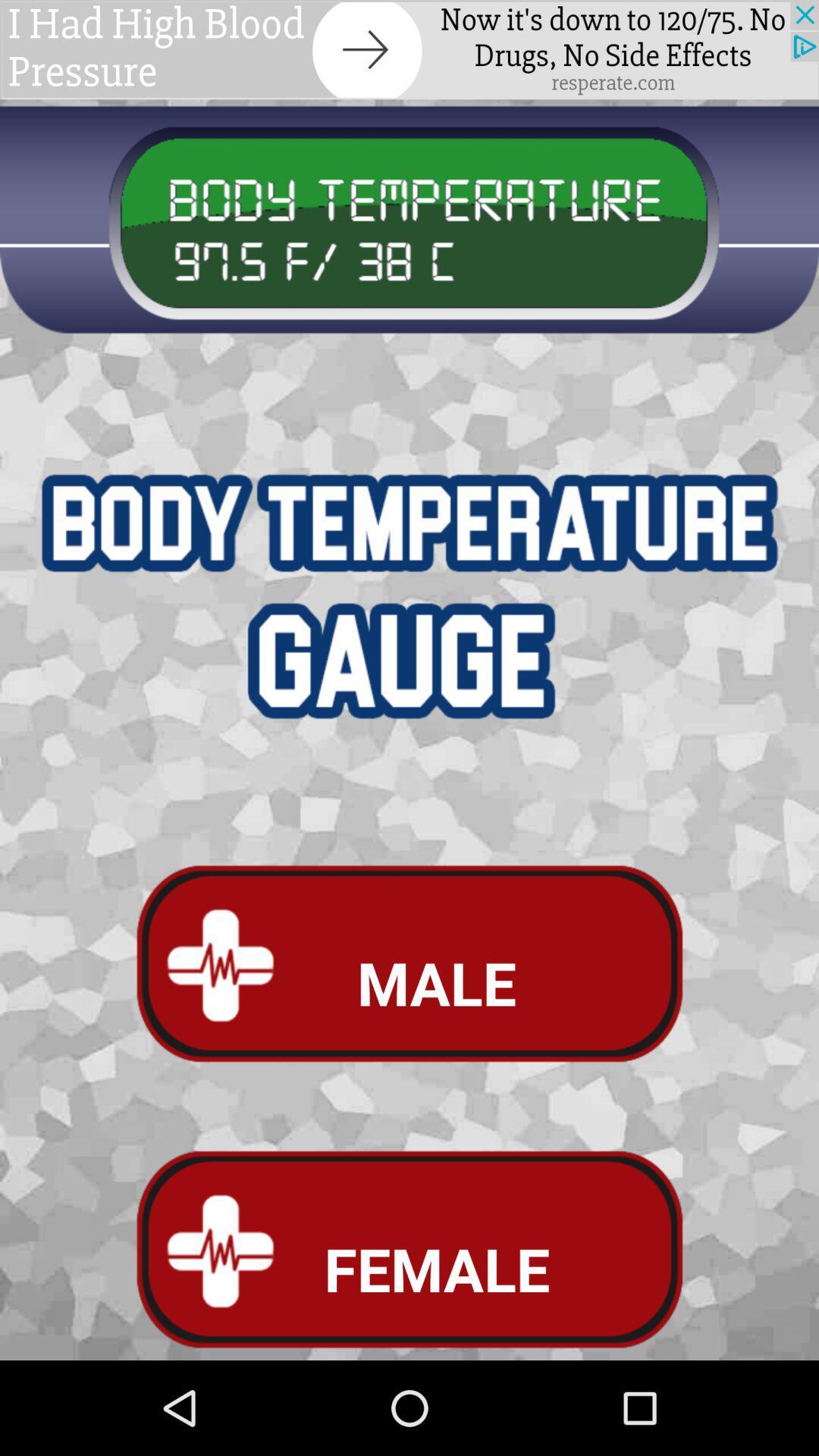  What do you see at coordinates (409, 49) in the screenshot?
I see `advertisement` at bounding box center [409, 49].